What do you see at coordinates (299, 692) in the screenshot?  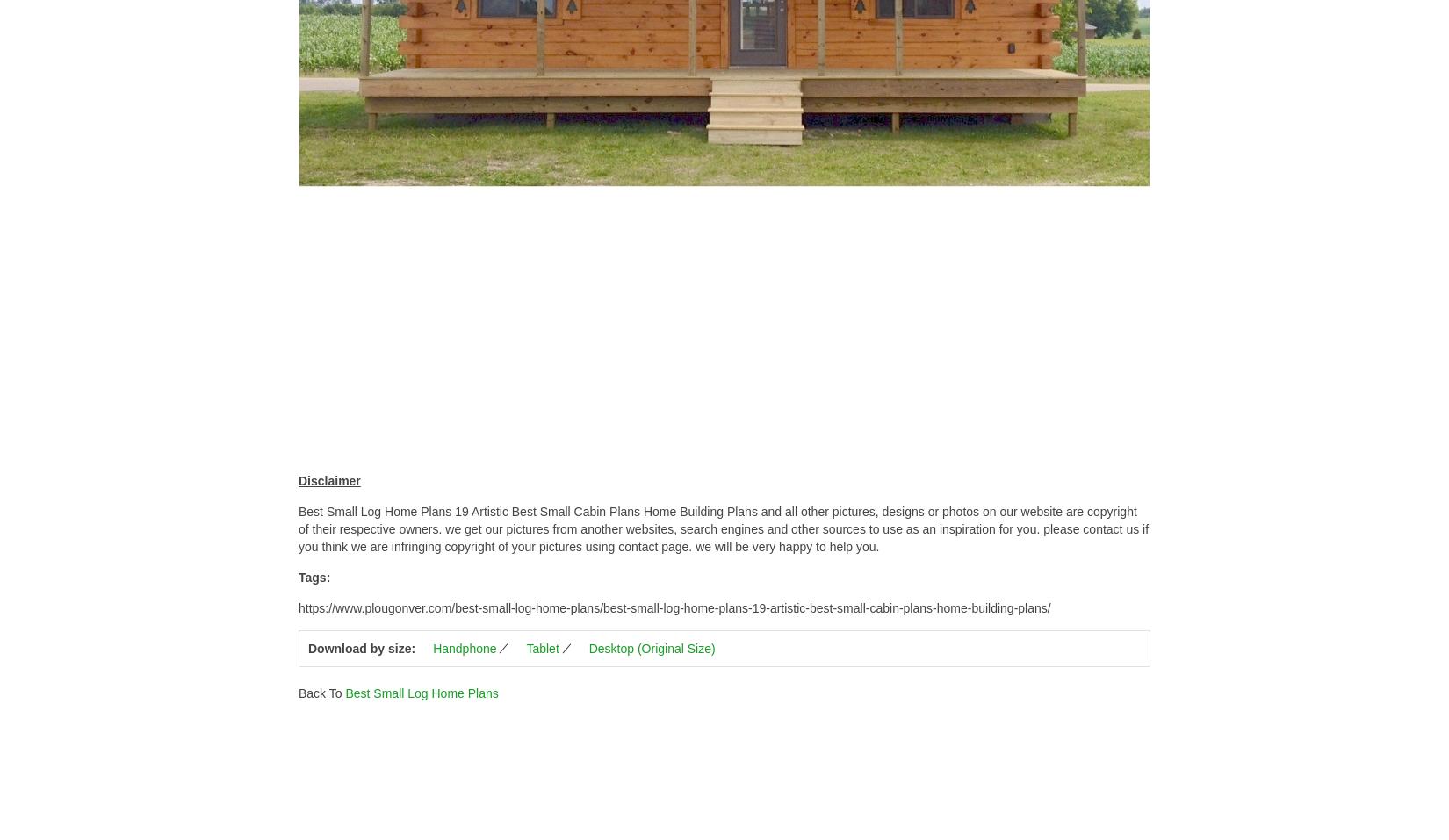 I see `'Back To'` at bounding box center [299, 692].